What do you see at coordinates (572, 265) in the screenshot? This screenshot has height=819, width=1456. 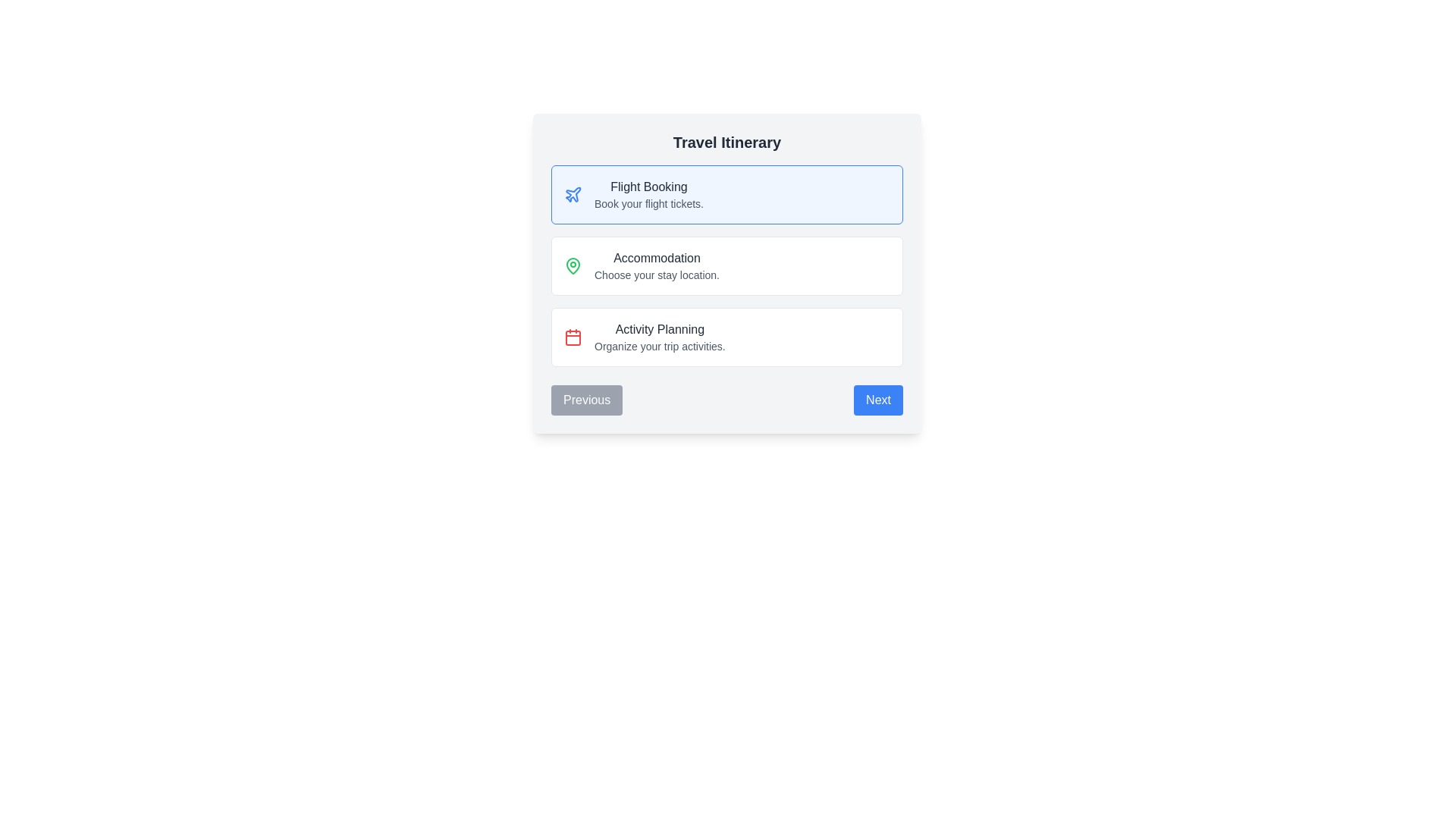 I see `the vibrant green map pin icon located in the 'Accommodation' panel, under the text 'Choose your stay location.'` at bounding box center [572, 265].